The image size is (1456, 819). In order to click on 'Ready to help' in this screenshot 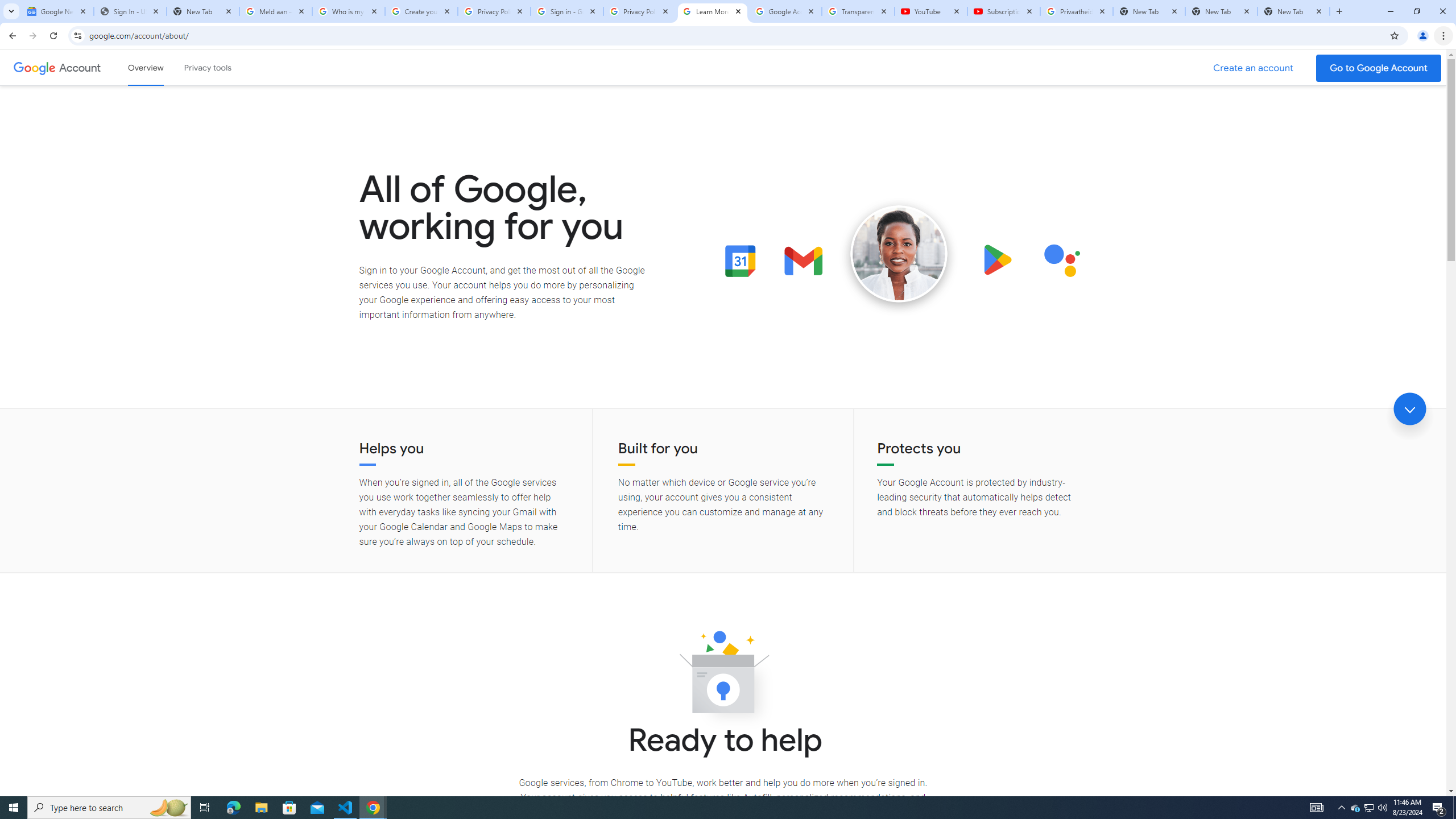, I will do `click(723, 675)`.